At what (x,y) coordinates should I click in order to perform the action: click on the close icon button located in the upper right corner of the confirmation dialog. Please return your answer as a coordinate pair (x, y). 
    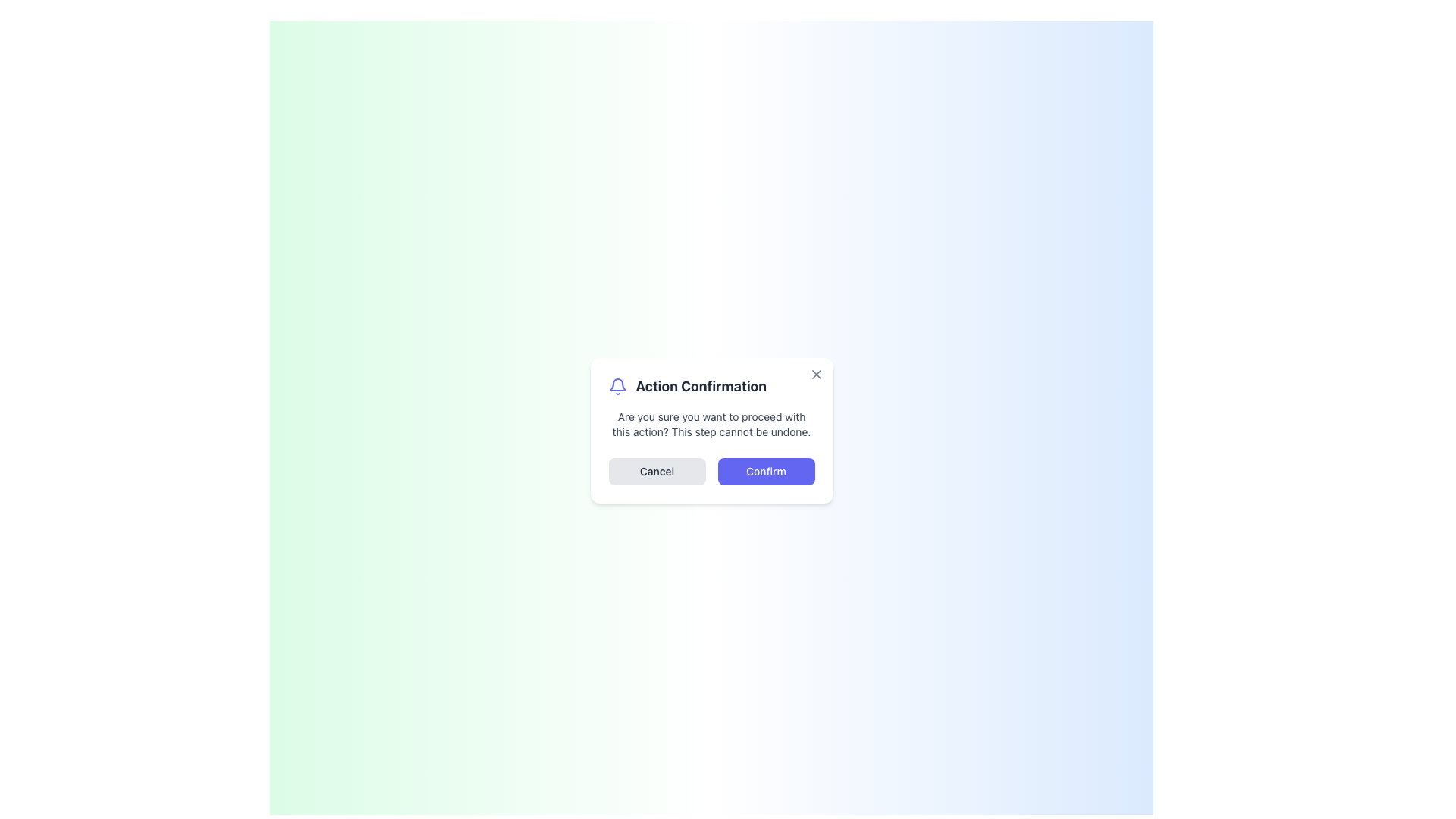
    Looking at the image, I should click on (815, 374).